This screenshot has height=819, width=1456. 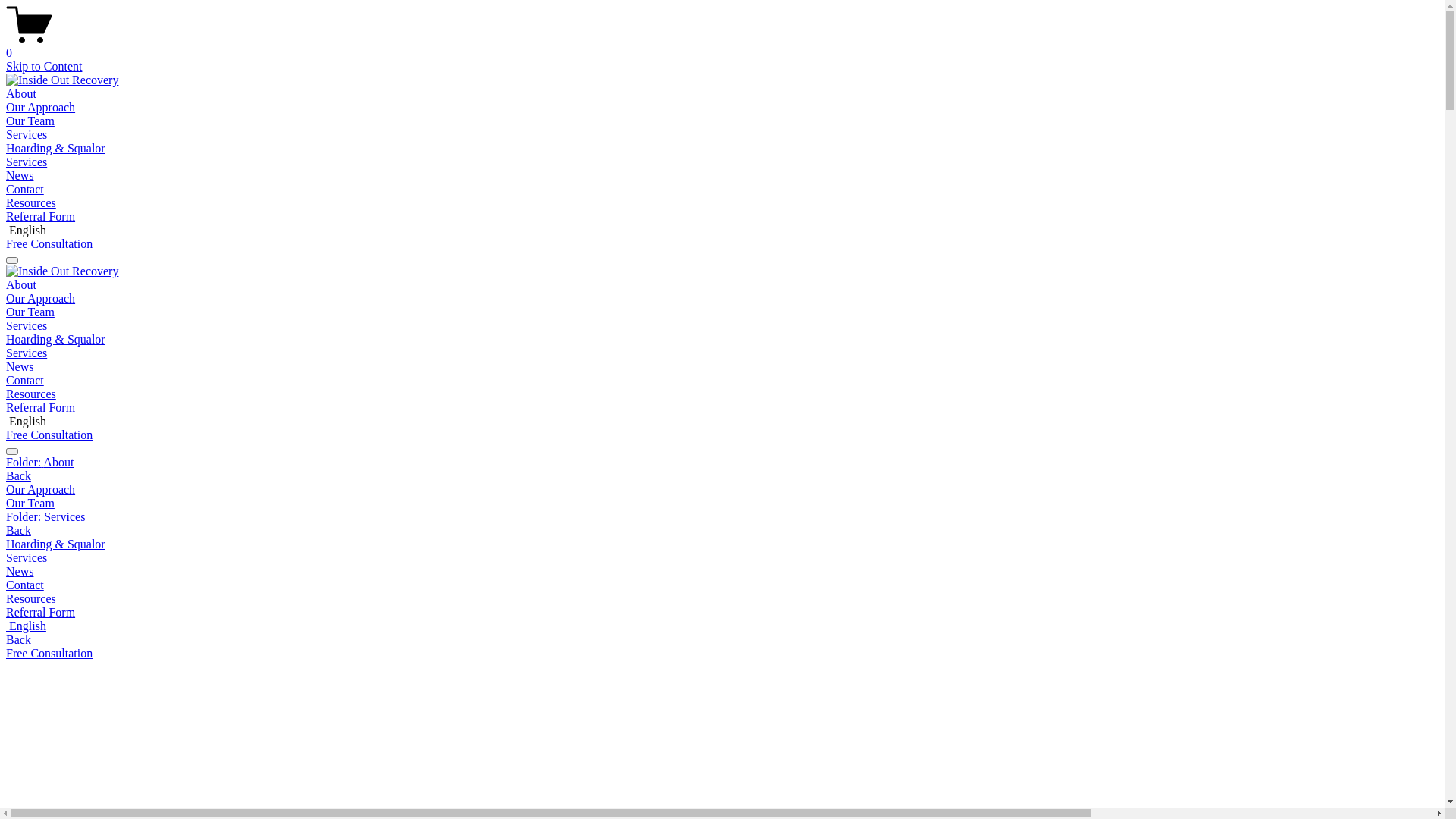 I want to click on 'Free Consultation', so click(x=49, y=243).